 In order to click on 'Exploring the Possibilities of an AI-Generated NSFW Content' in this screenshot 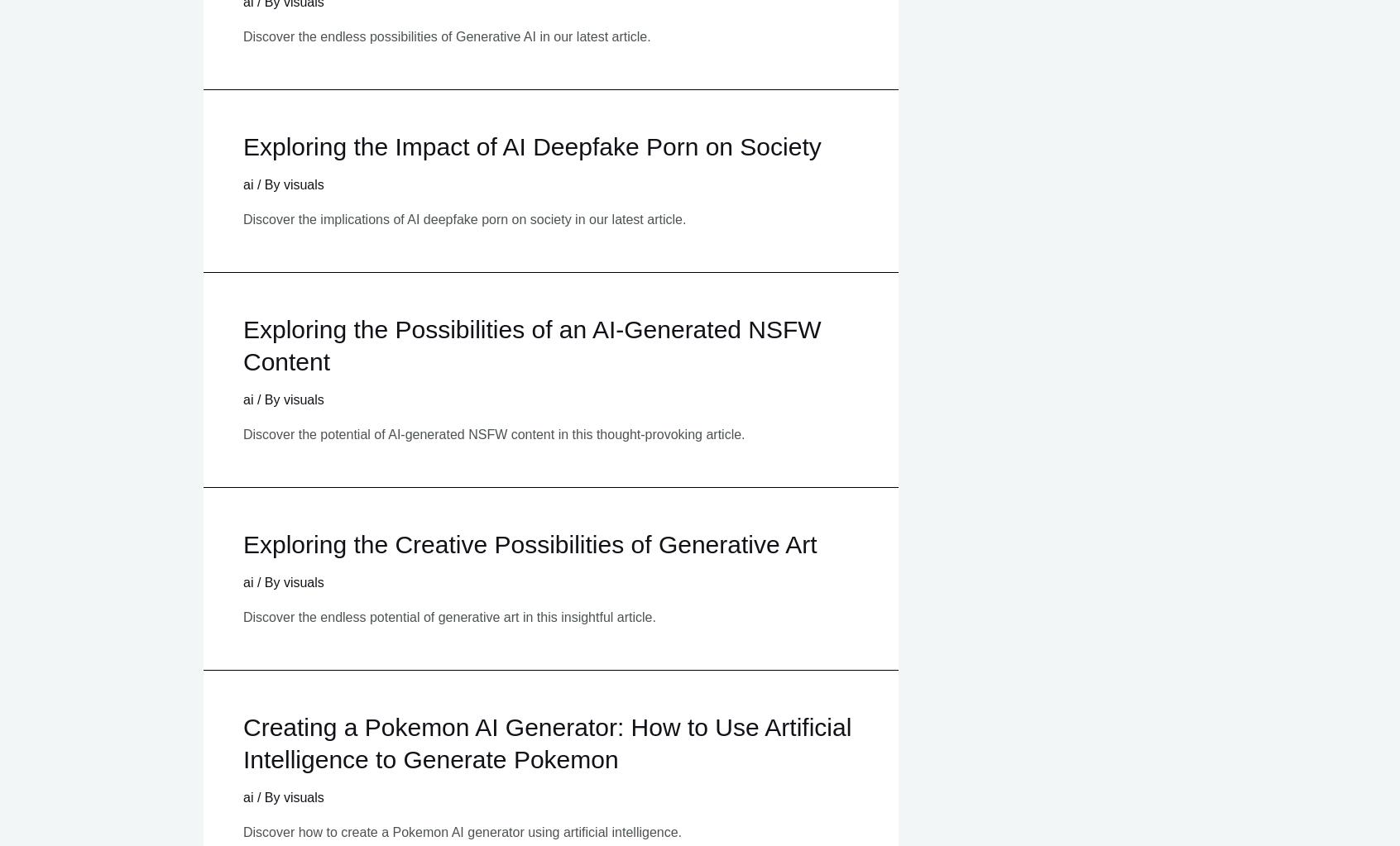, I will do `click(531, 344)`.